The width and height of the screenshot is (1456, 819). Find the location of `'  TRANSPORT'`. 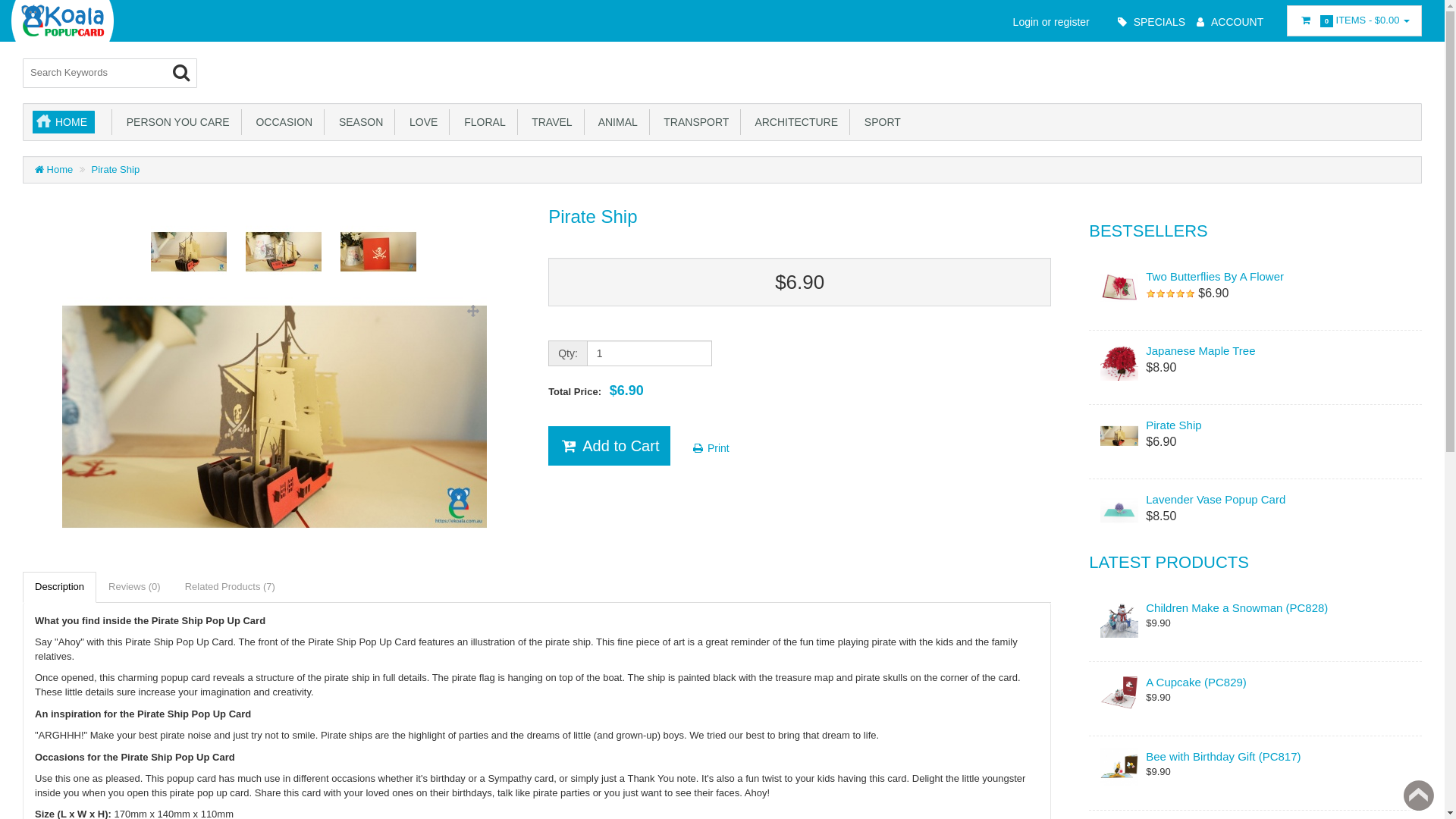

'  TRANSPORT' is located at coordinates (695, 121).